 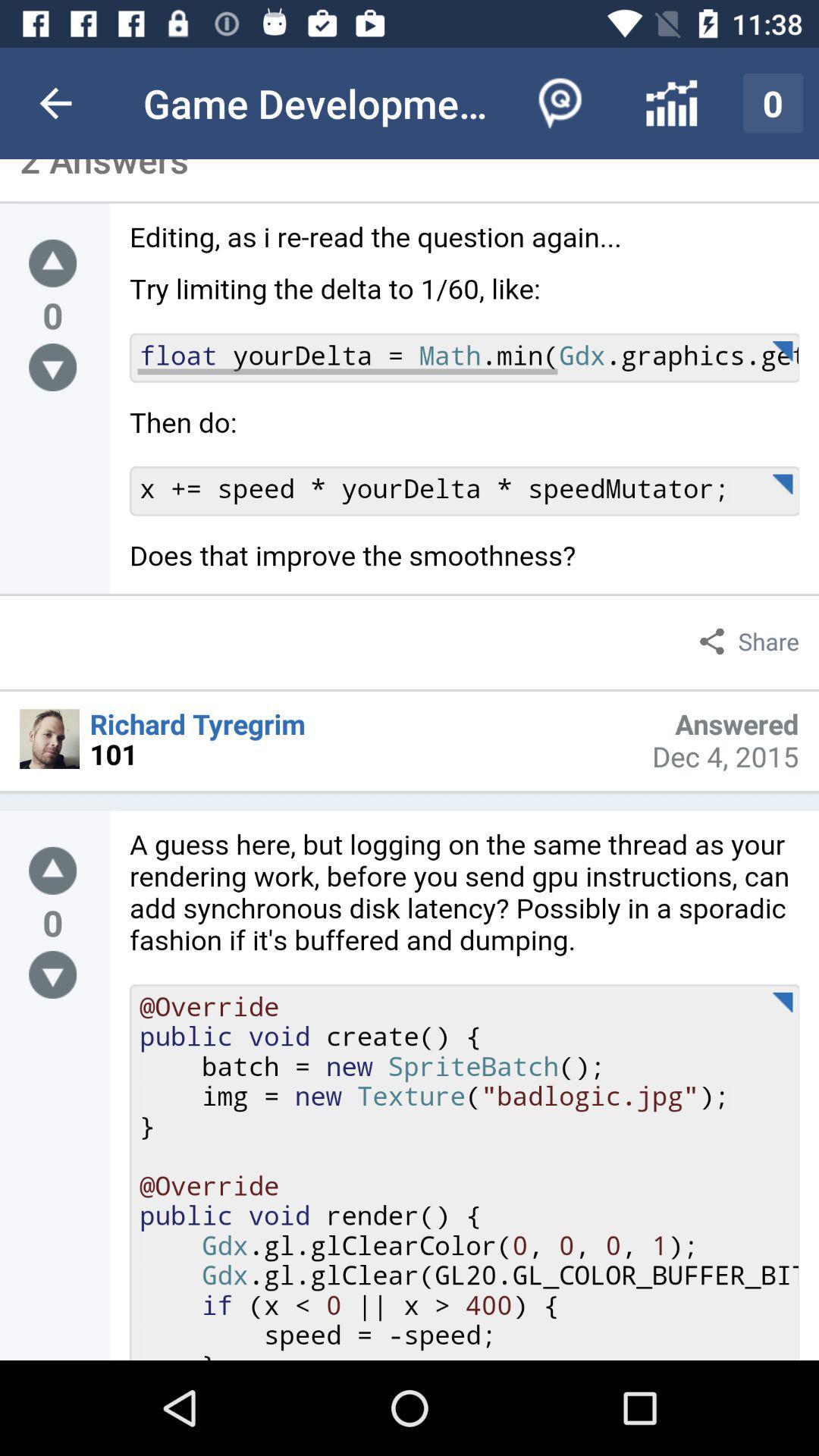 I want to click on image option of the mail, so click(x=49, y=739).